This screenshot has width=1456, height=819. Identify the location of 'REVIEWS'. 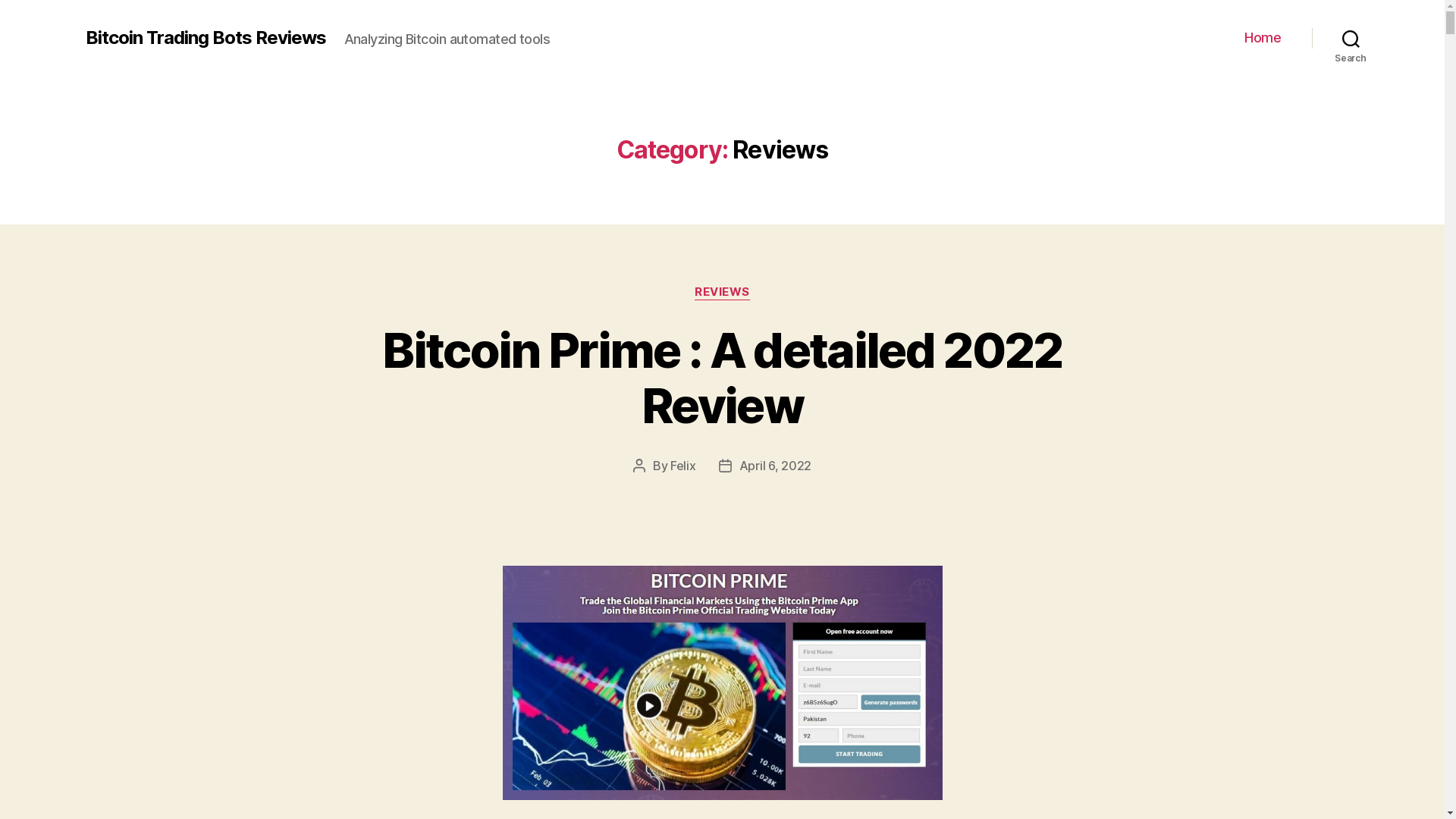
(721, 292).